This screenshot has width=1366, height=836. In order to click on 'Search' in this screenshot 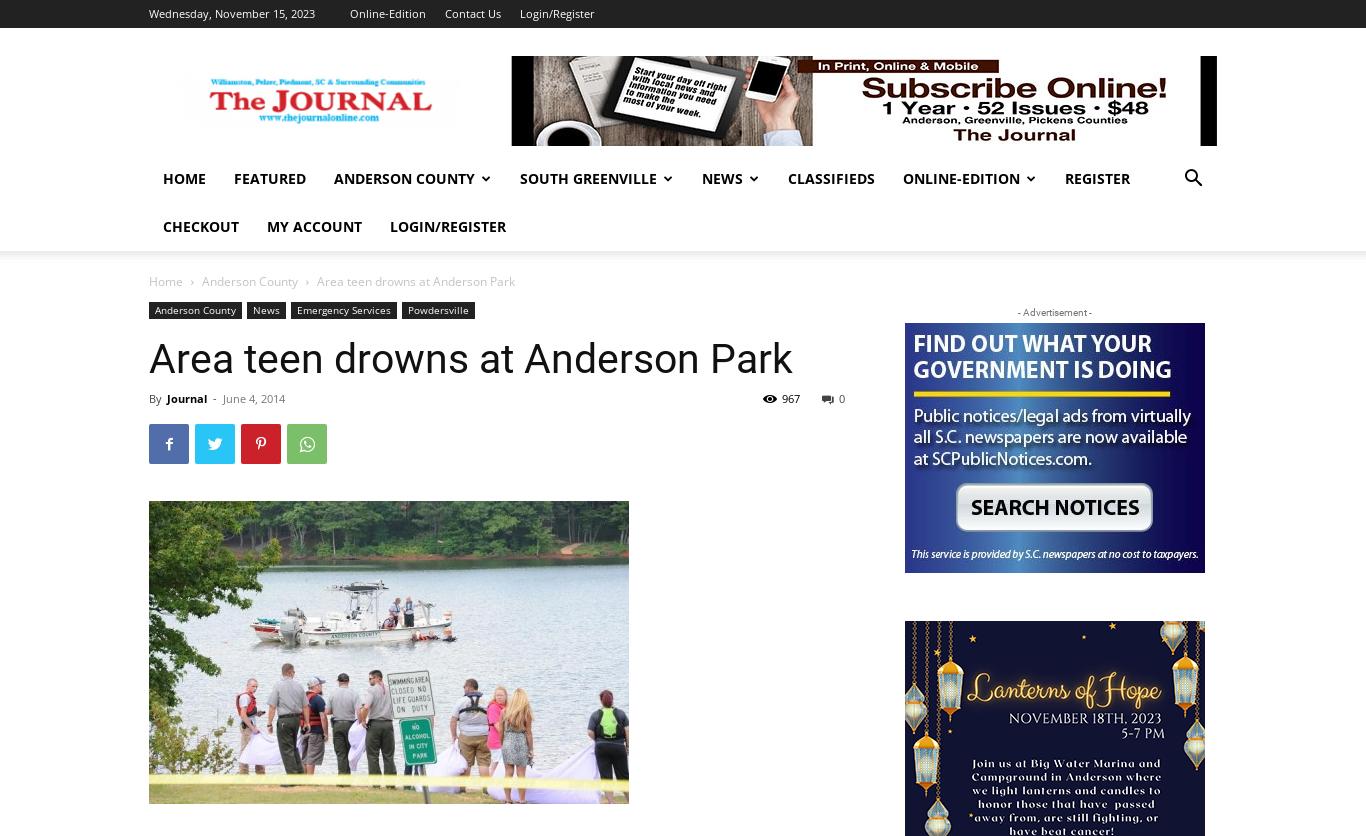, I will do `click(681, 100)`.